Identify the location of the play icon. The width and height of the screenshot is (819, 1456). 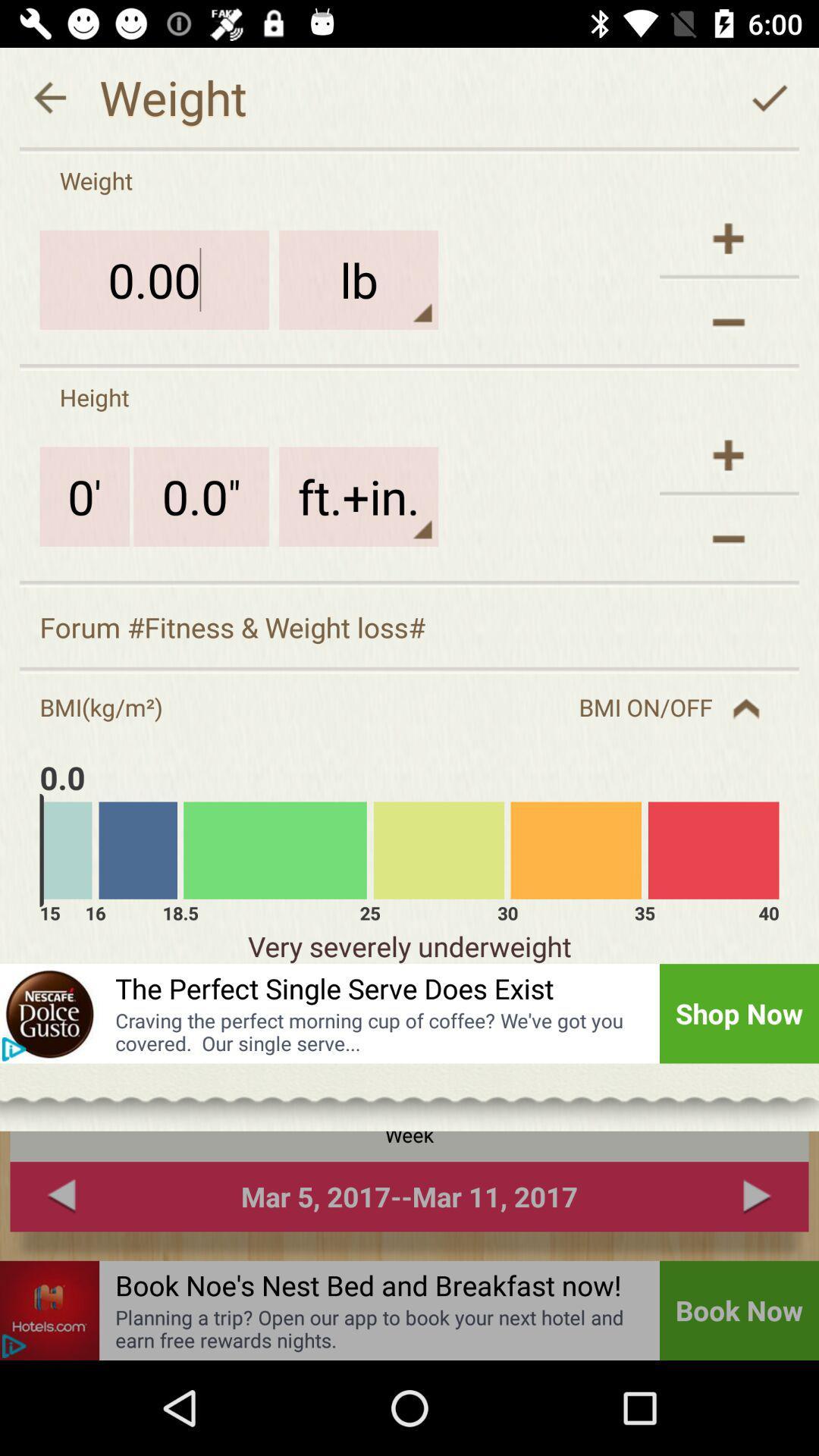
(14, 1048).